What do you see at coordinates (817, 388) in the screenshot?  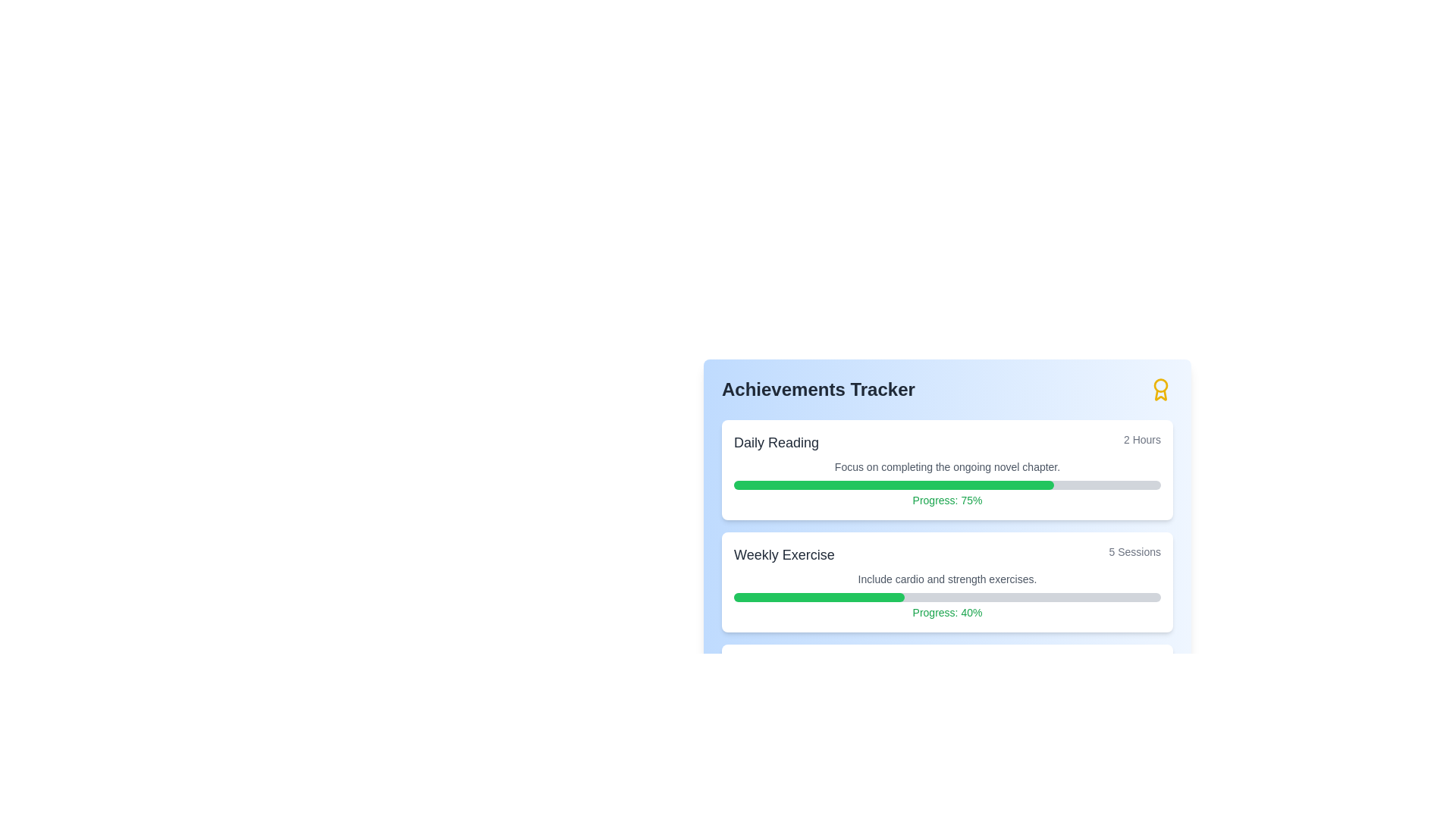 I see `the 'Achievements Tracker' text label, which is prominently displayed at the top of the component and styled with a bold font and dark gray color` at bounding box center [817, 388].